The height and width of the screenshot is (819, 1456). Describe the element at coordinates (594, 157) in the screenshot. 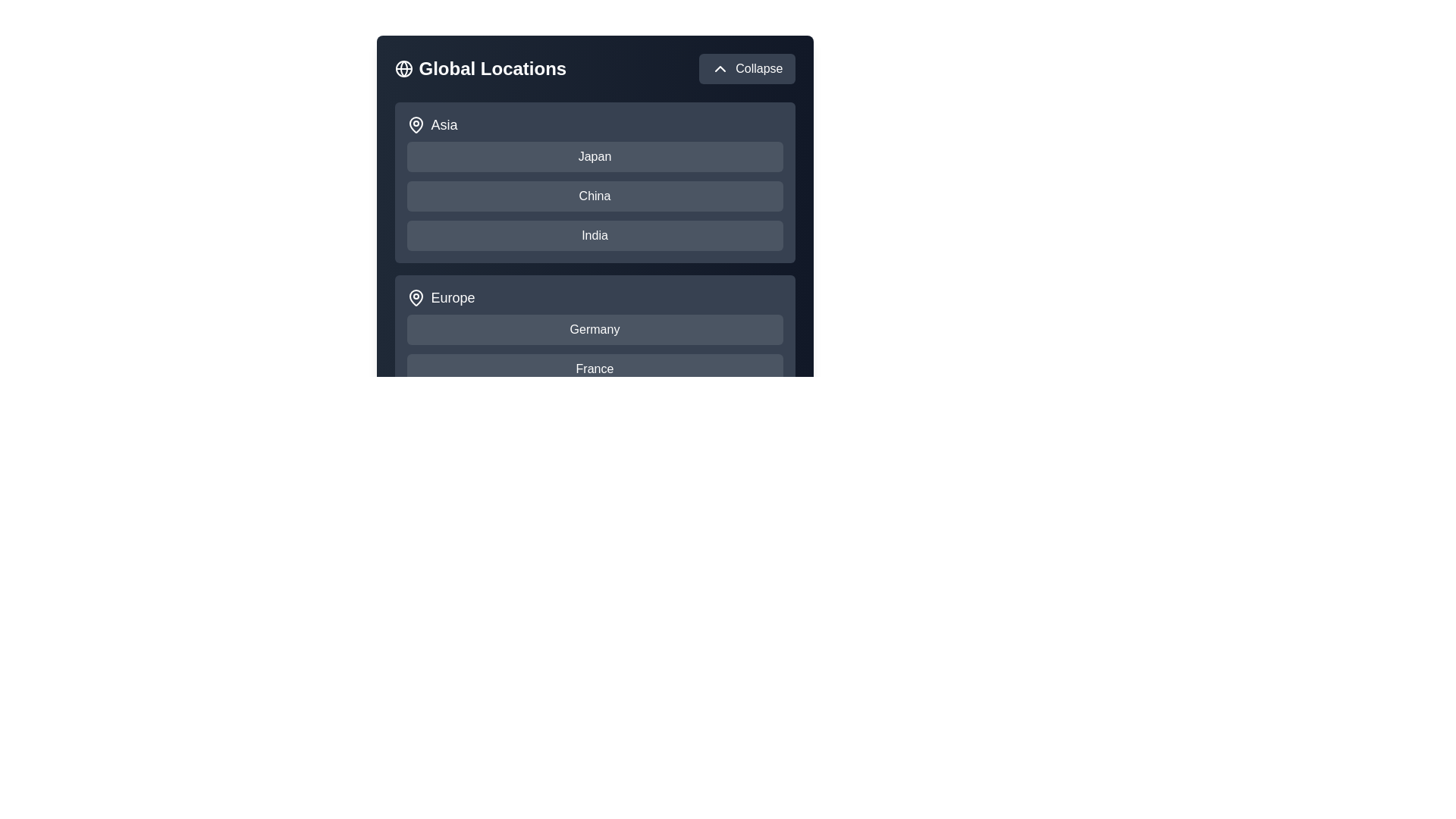

I see `the country Japan to select it` at that location.